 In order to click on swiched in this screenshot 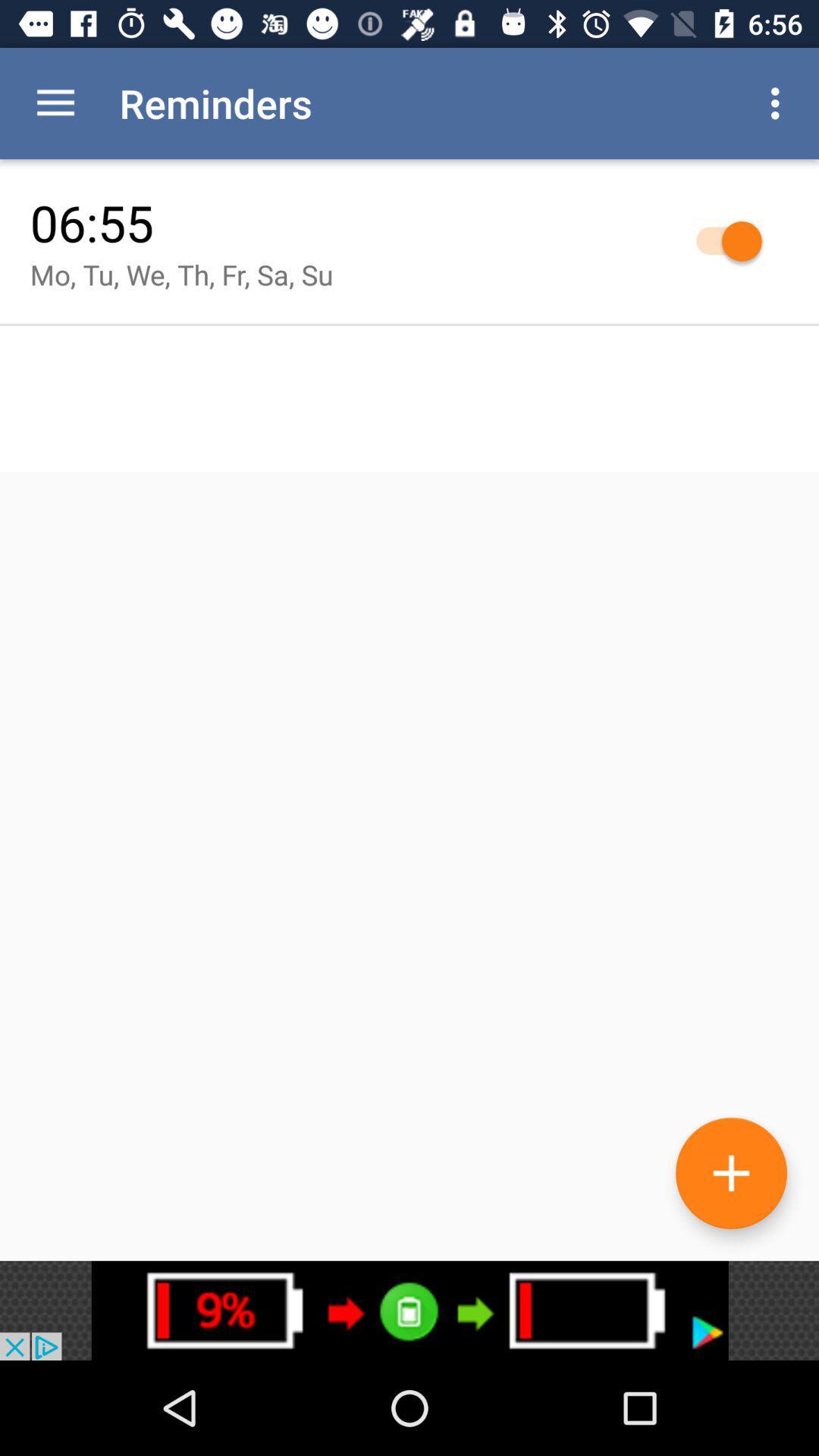, I will do `click(720, 240)`.